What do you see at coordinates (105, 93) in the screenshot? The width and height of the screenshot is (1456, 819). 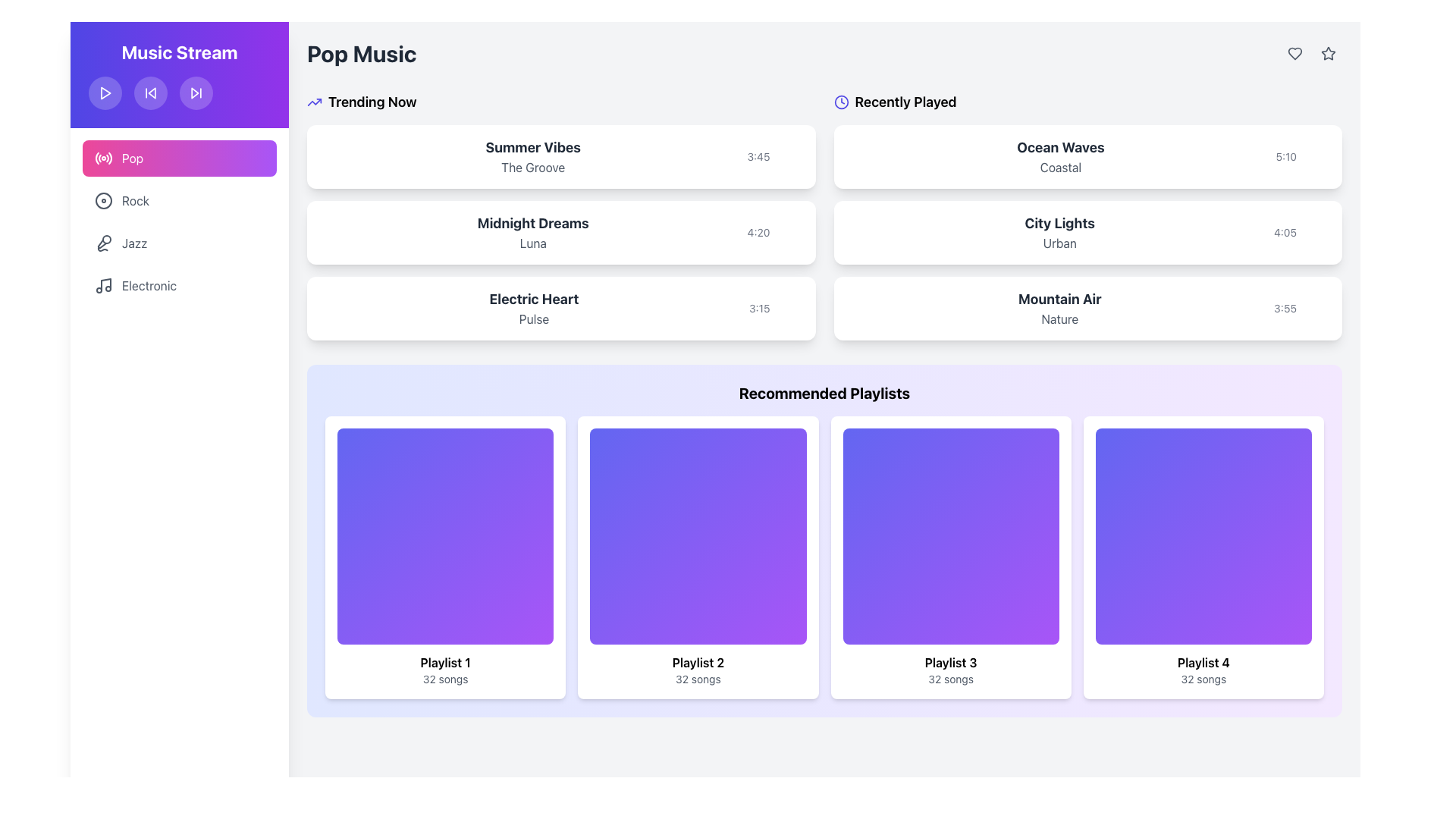 I see `the triangular play icon button located in the top-left section of the interface, inside the sidebar, which has a hollow outline and is the first of three circular buttons` at bounding box center [105, 93].